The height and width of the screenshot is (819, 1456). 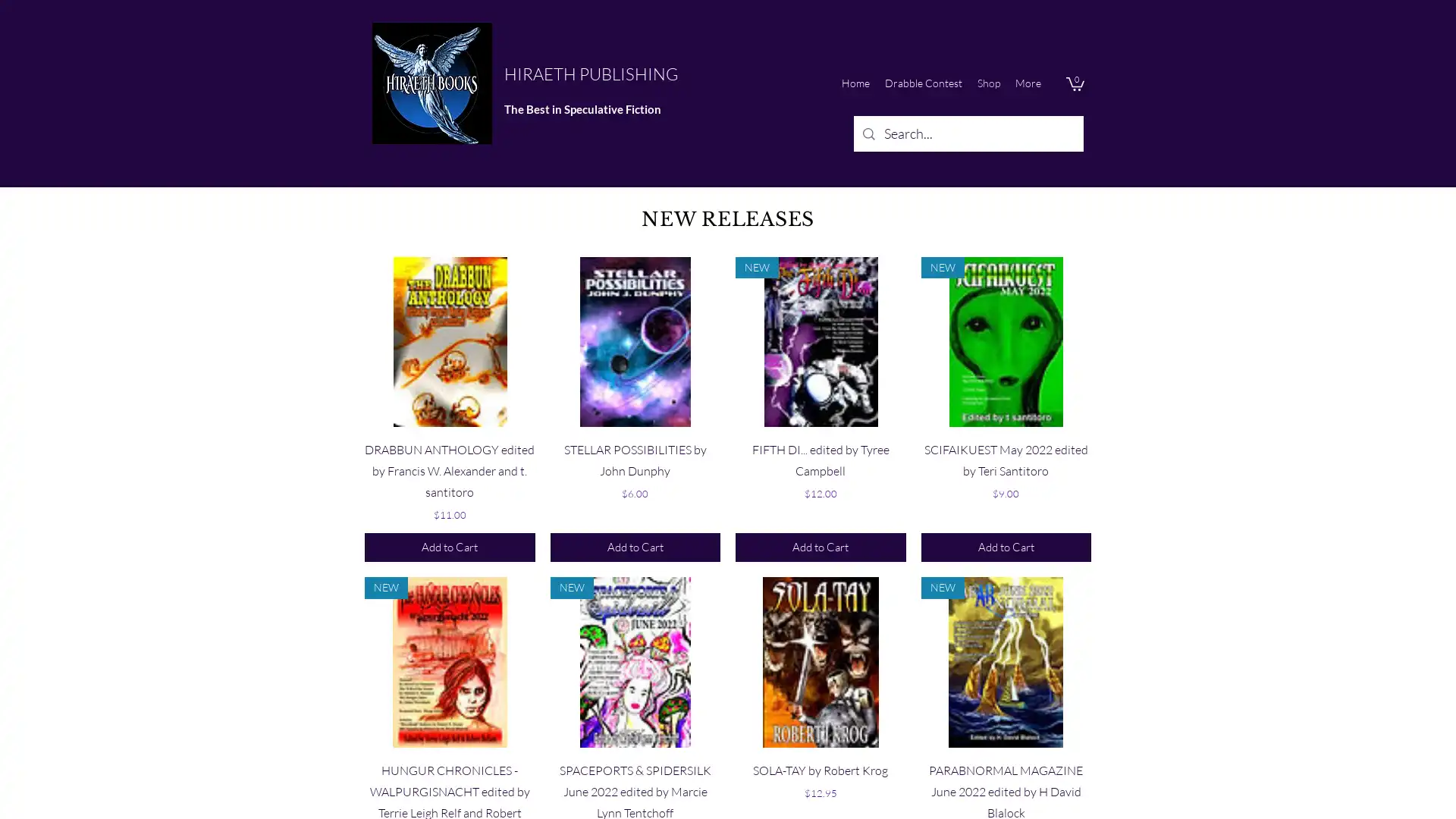 What do you see at coordinates (1006, 547) in the screenshot?
I see `Add to Cart` at bounding box center [1006, 547].